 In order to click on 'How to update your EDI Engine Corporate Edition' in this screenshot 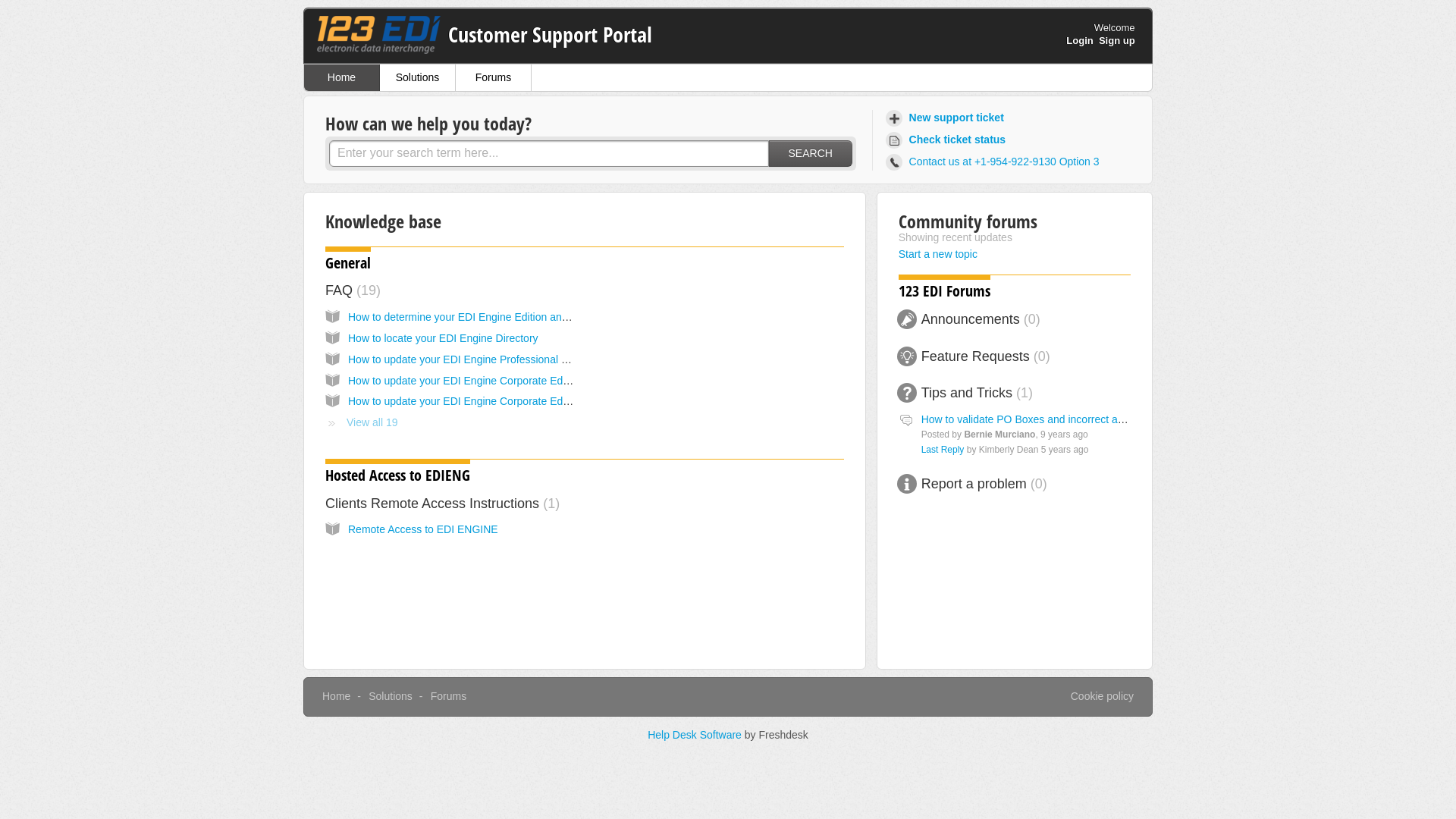, I will do `click(464, 400)`.